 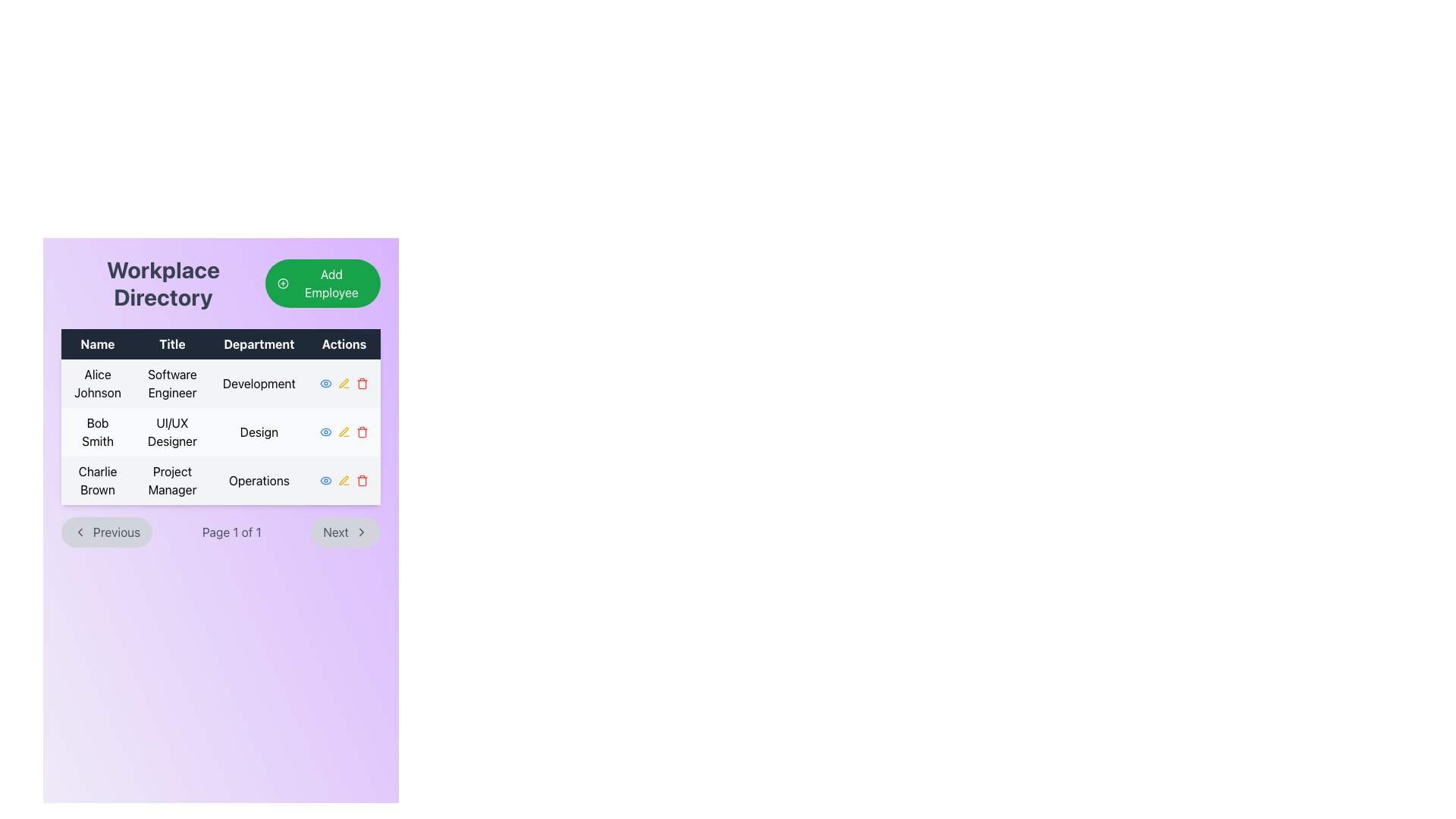 What do you see at coordinates (220, 382) in the screenshot?
I see `the first row in the workplace directory table` at bounding box center [220, 382].